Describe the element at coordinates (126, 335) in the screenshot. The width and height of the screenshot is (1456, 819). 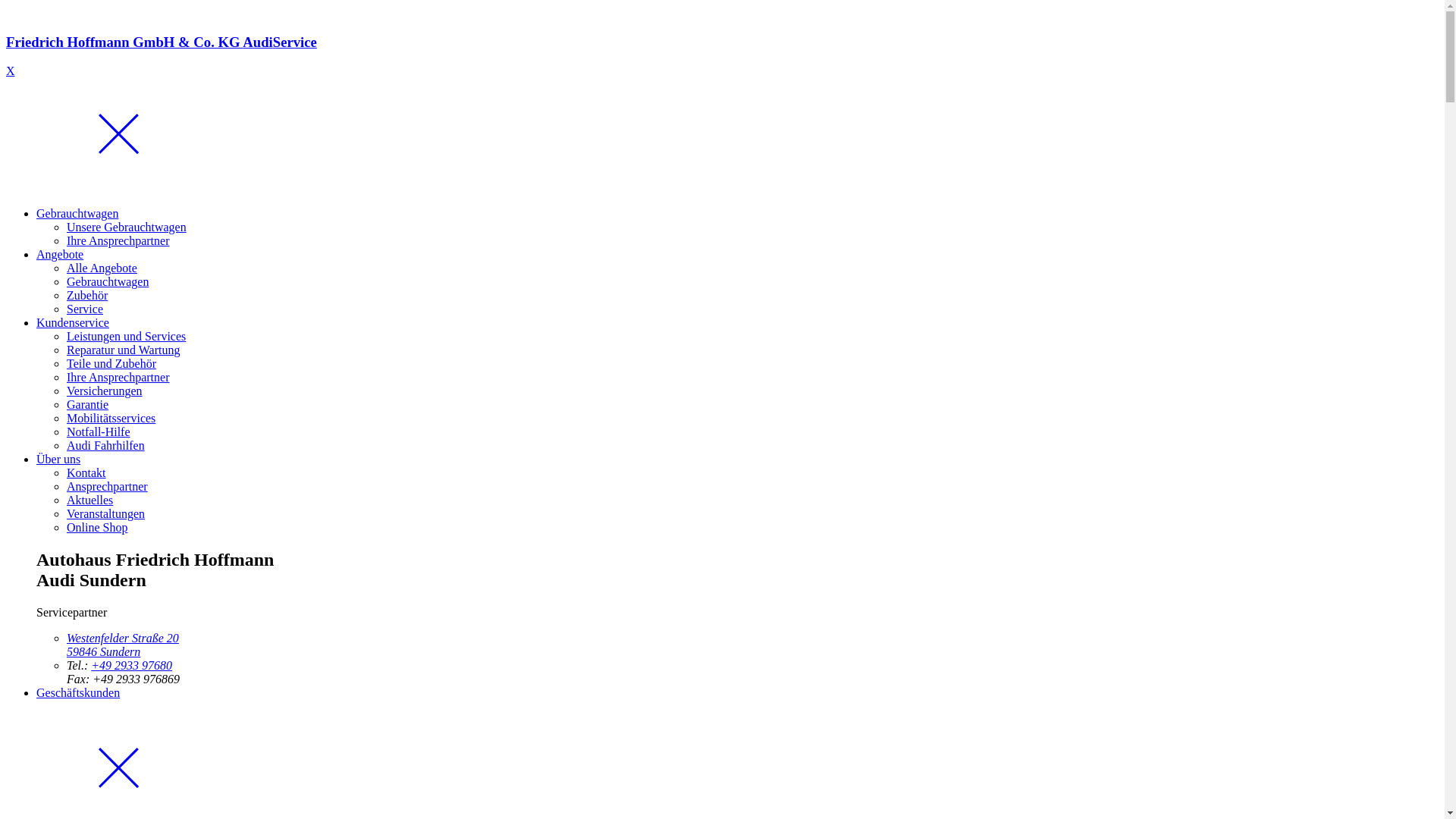
I see `'Leistungen und Services'` at that location.